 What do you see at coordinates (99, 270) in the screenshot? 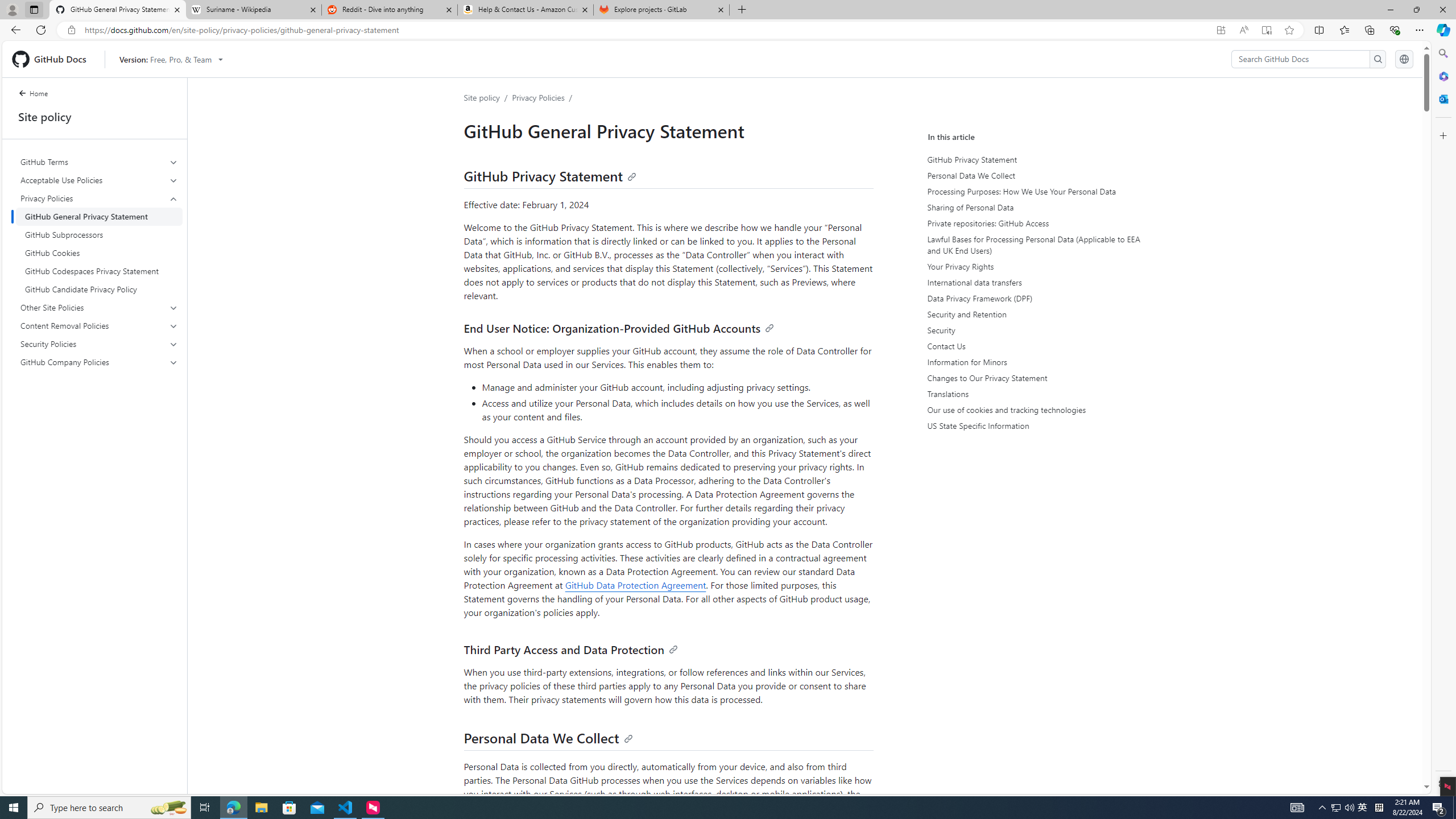
I see `'GitHub Codespaces Privacy Statement'` at bounding box center [99, 270].